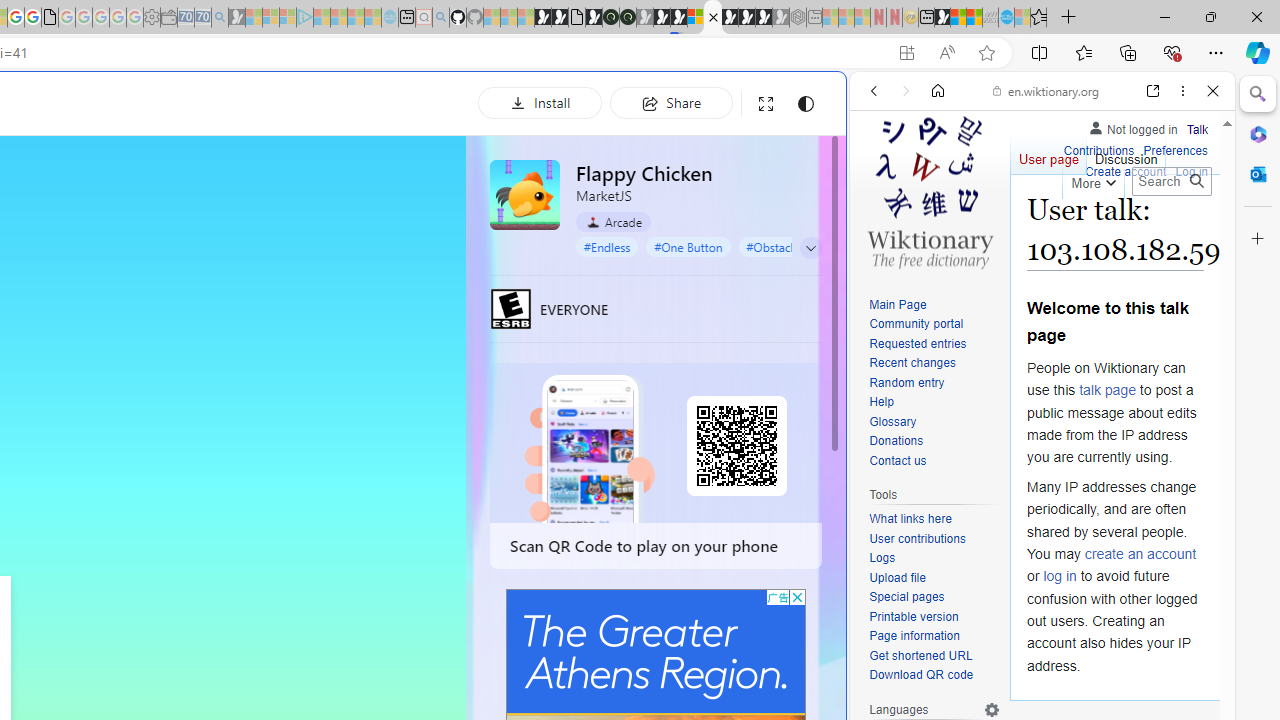 The image size is (1280, 720). Describe the element at coordinates (1190, 229) in the screenshot. I see `'Class: b_serphb'` at that location.